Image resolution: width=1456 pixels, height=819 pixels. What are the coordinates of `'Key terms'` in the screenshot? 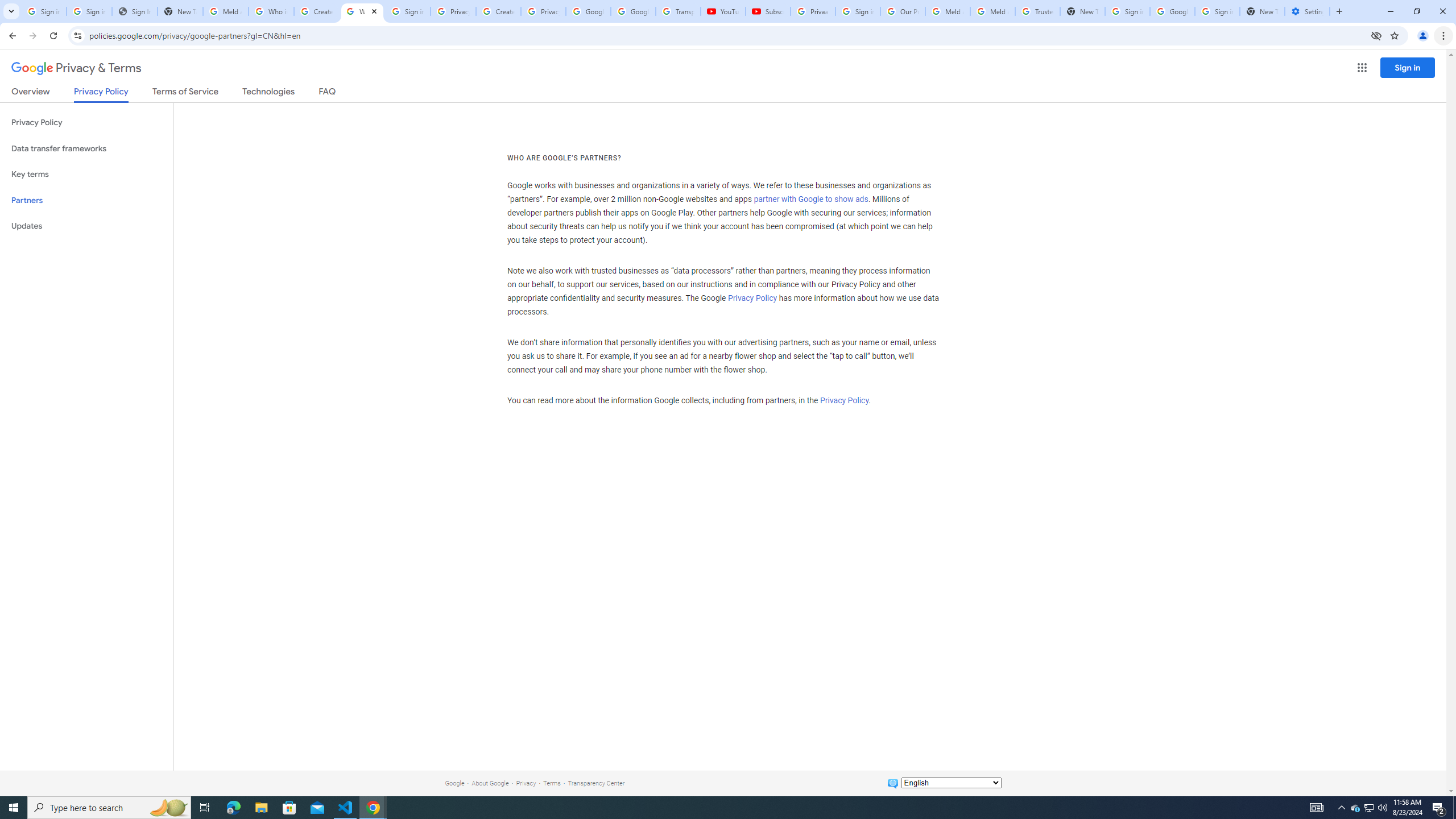 It's located at (86, 174).